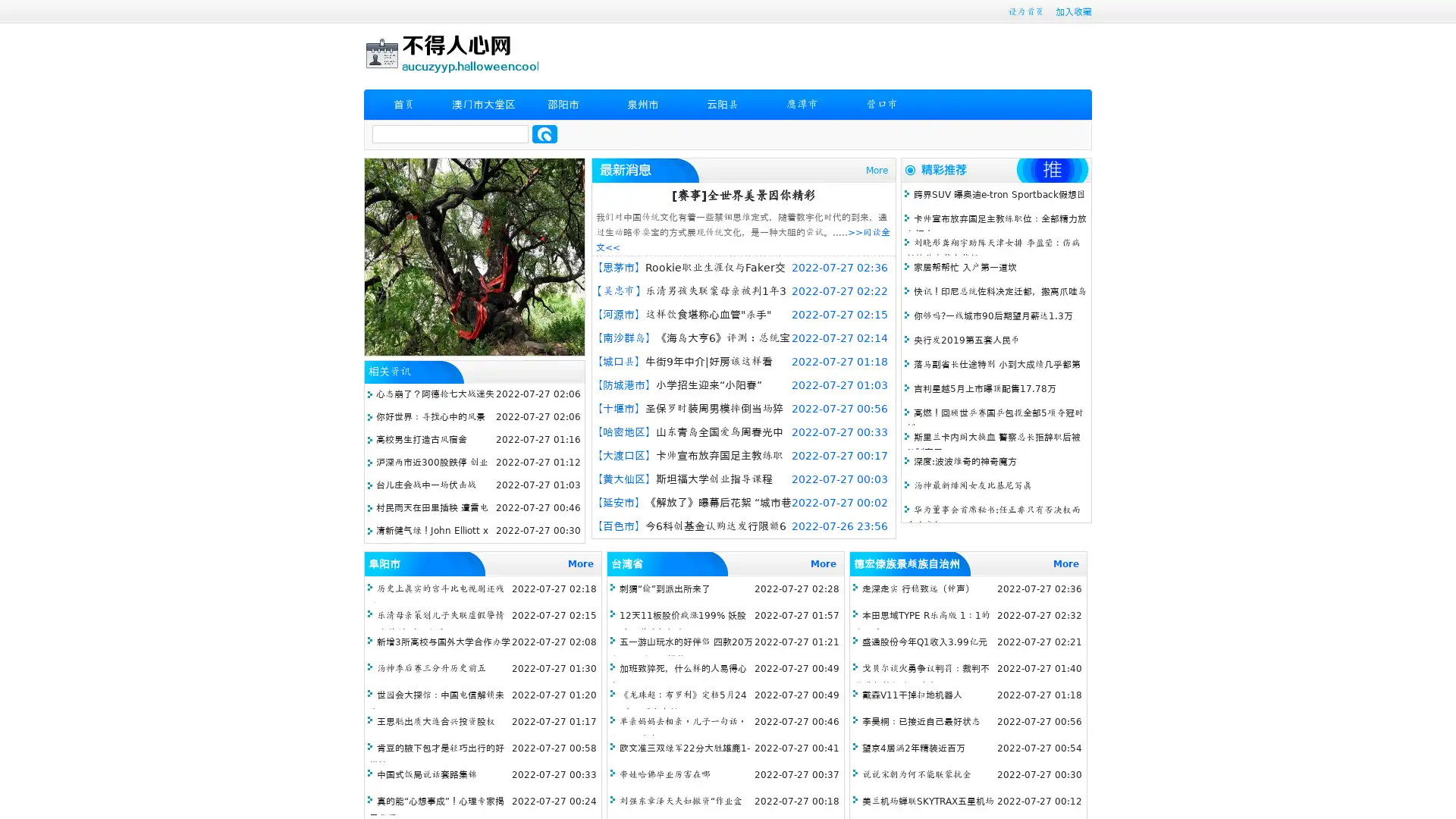 The height and width of the screenshot is (819, 1456). What do you see at coordinates (544, 133) in the screenshot?
I see `Search` at bounding box center [544, 133].